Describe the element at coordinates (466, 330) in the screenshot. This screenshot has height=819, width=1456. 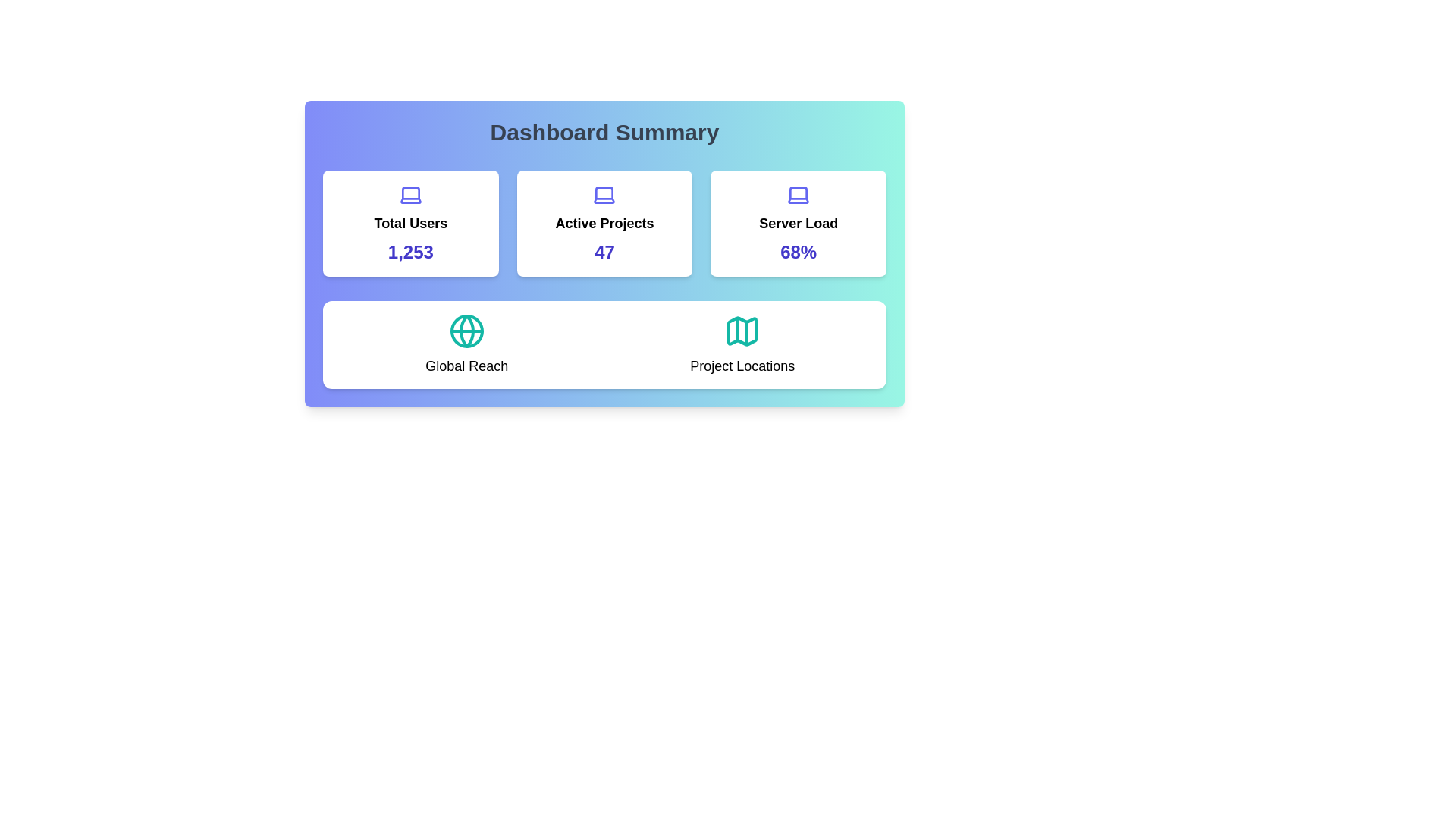
I see `the outer circular component of the globe icon, which symbolizes global coverage, located on the left side of the bottom row of the dashboard above the 'Global Reach' label` at that location.